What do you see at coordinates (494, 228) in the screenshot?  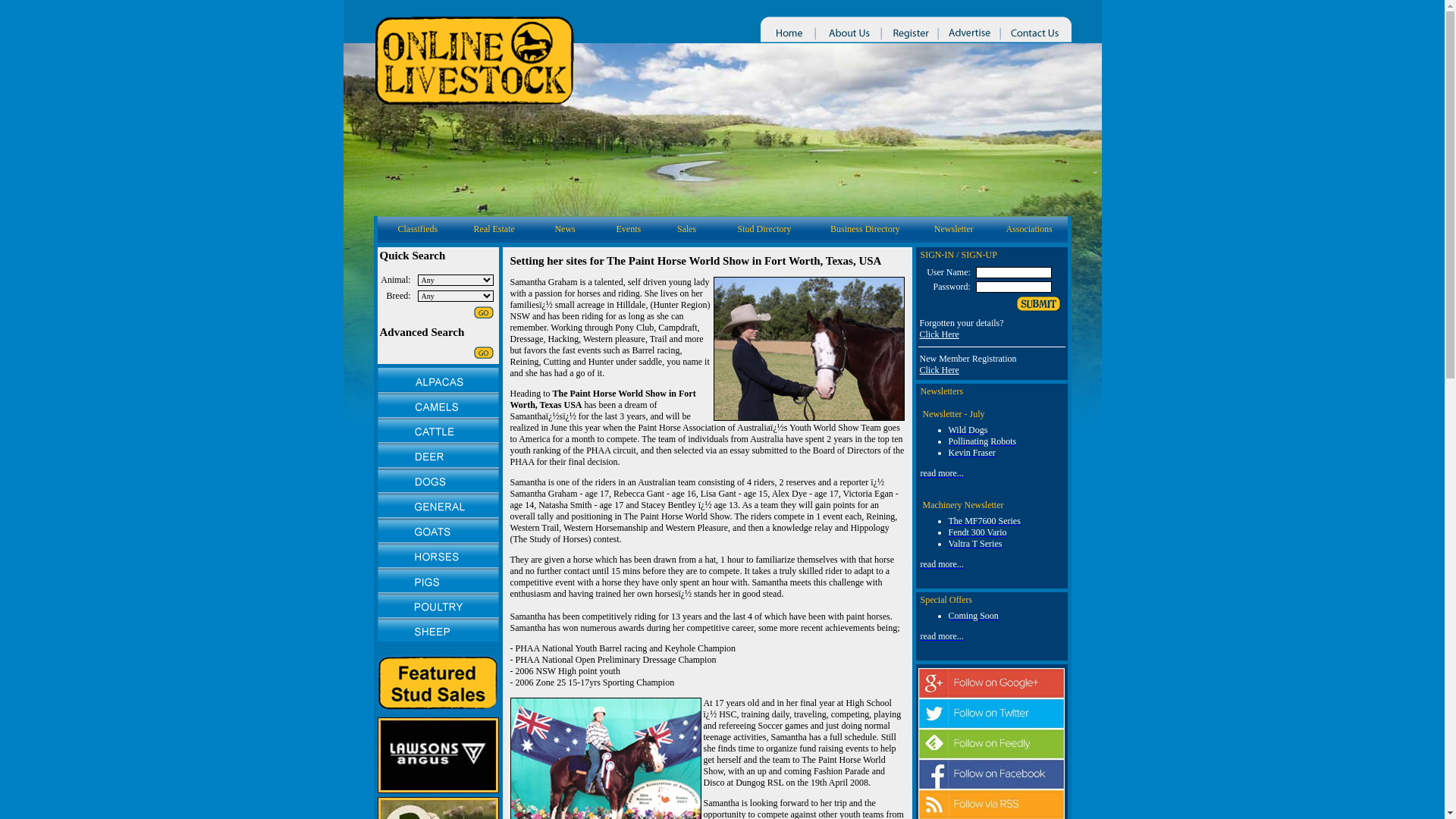 I see `'Real Estate'` at bounding box center [494, 228].